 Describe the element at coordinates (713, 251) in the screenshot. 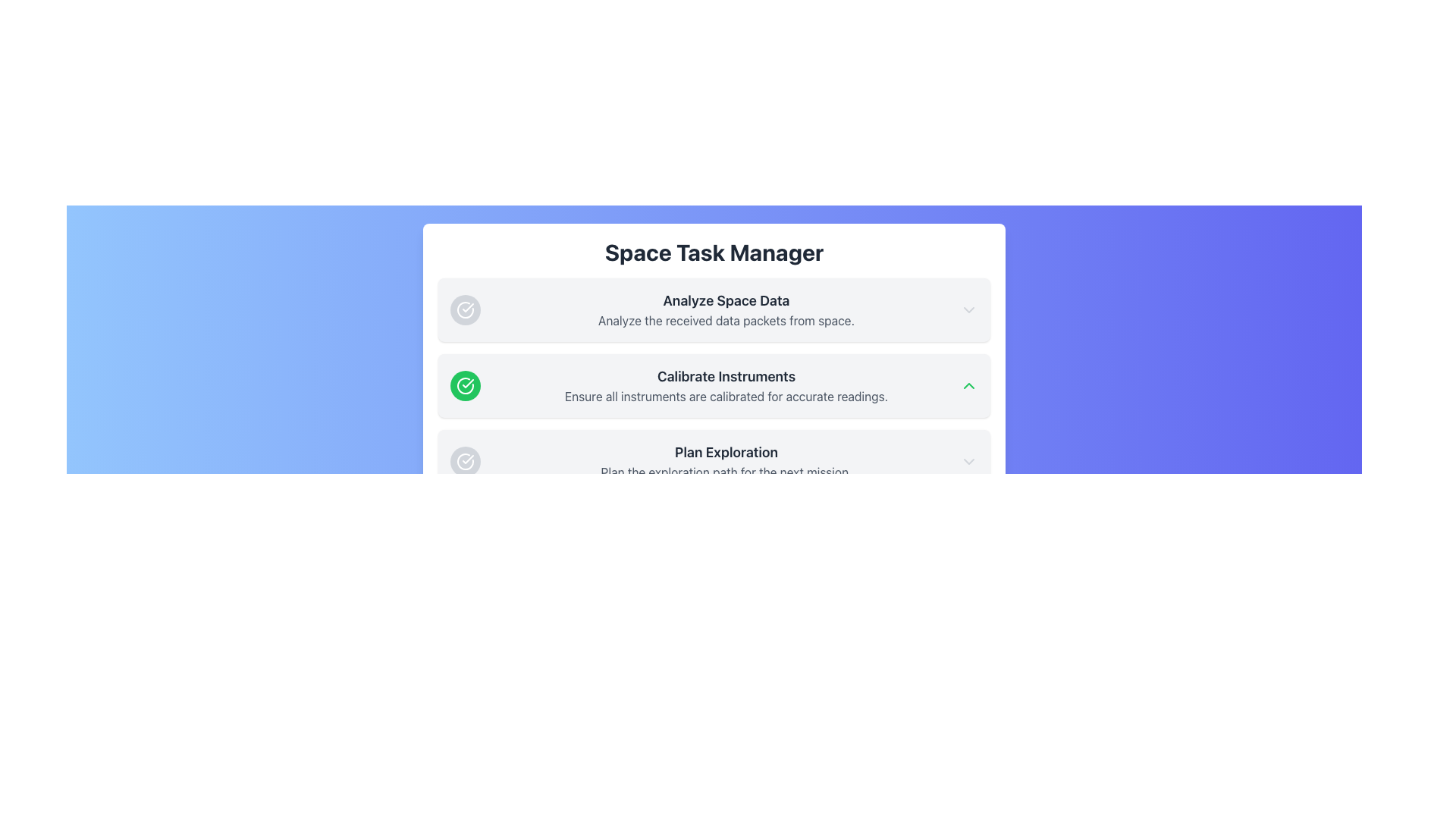

I see `the centered, bold, large header text labeled 'Space Task Manager' positioned at the top of a white card with a blue gradient background` at that location.